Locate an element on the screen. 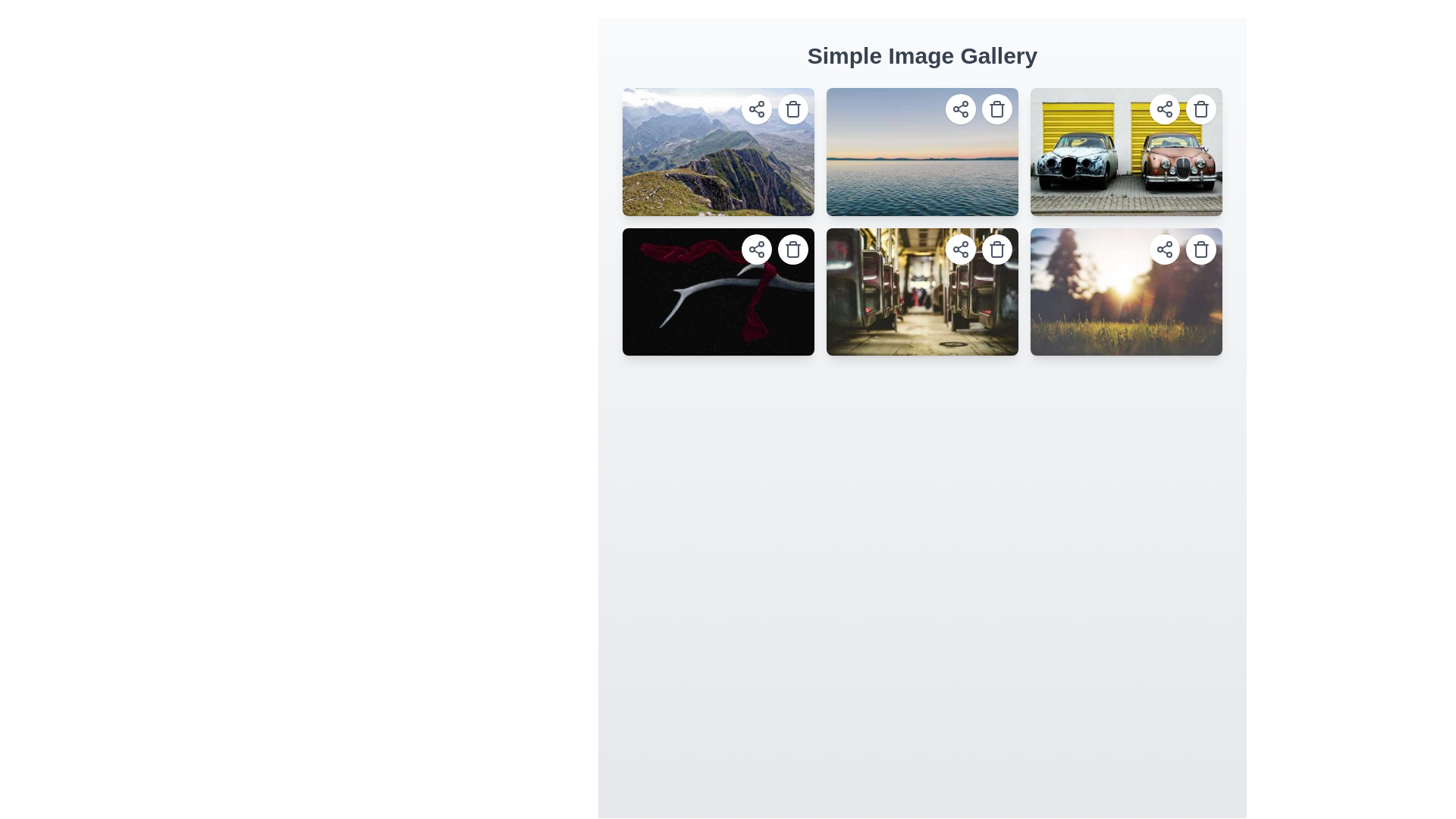  the first image in the second row of the gallery section is located at coordinates (717, 292).